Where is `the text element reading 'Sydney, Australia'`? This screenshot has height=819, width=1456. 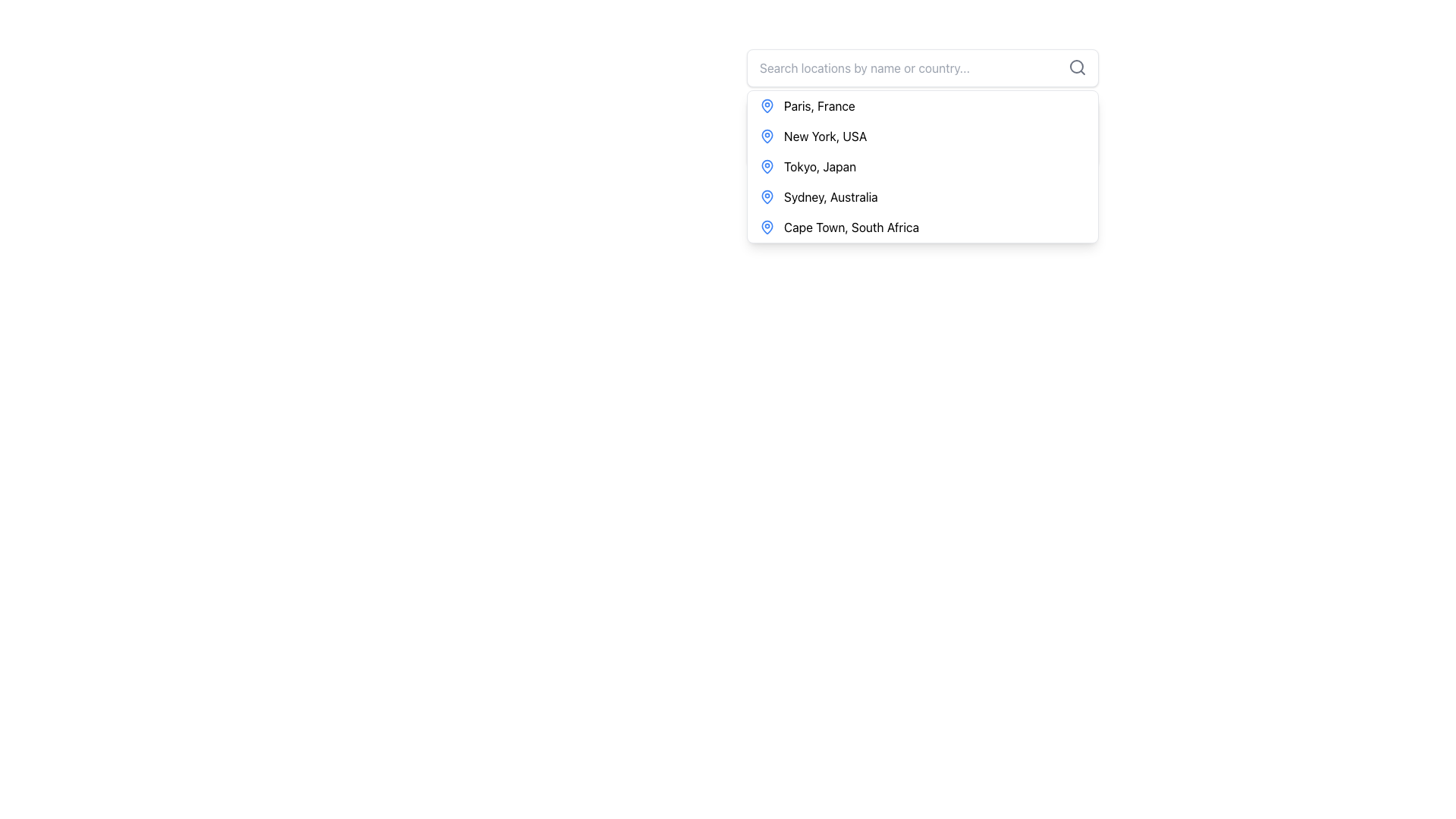 the text element reading 'Sydney, Australia' is located at coordinates (830, 196).